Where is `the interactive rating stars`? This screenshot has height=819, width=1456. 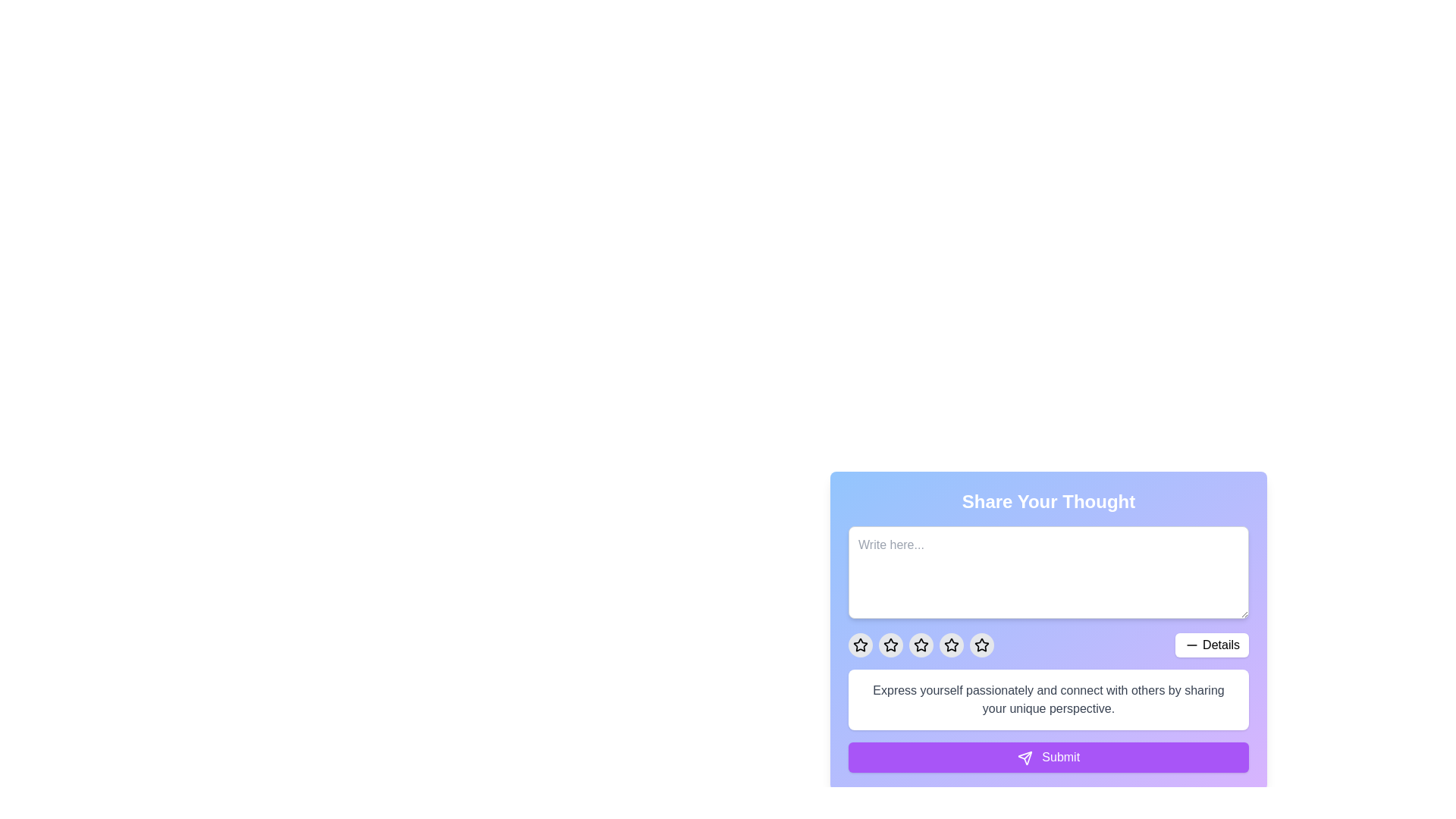 the interactive rating stars is located at coordinates (1047, 645).